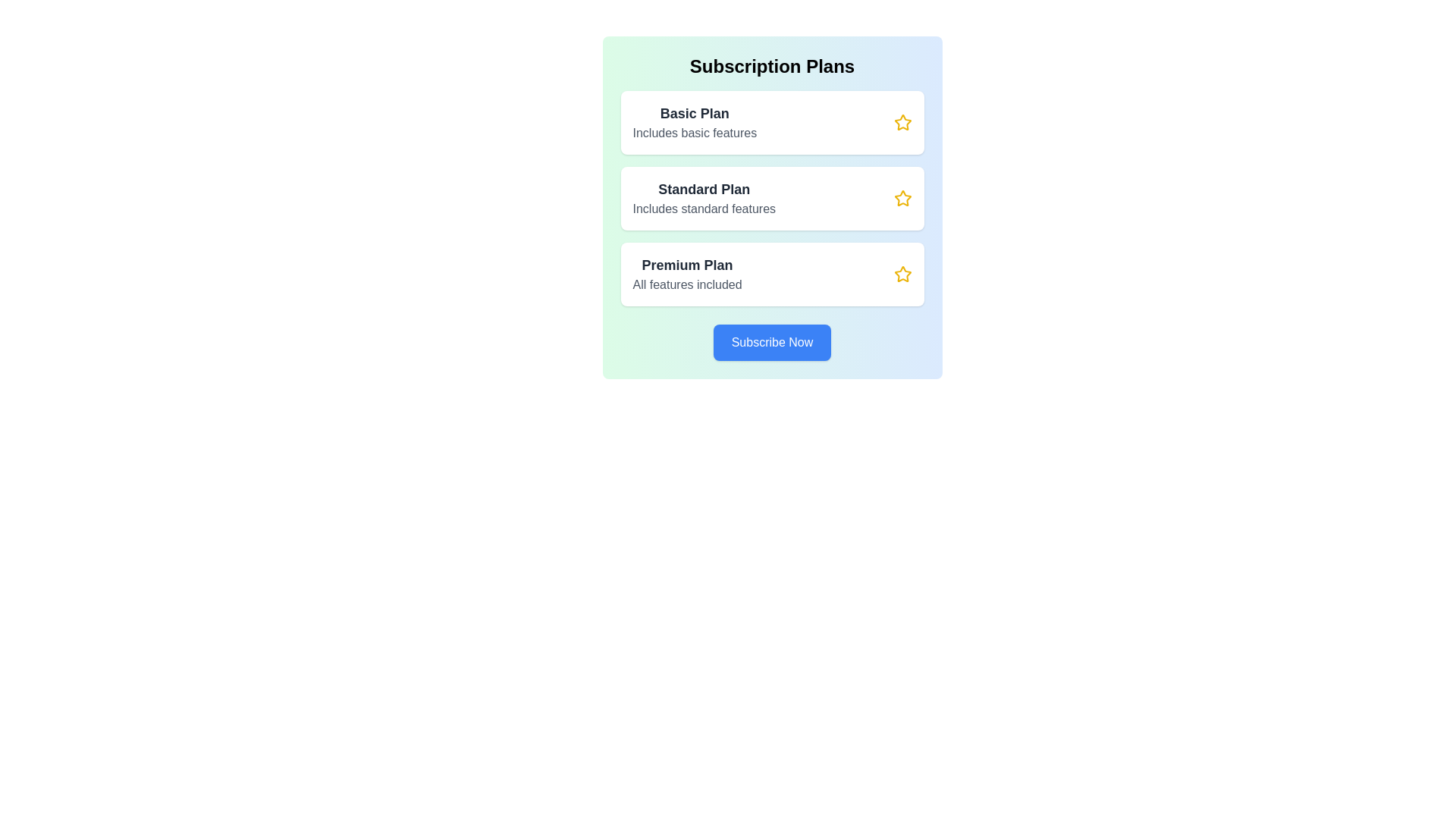 The image size is (1456, 819). Describe the element at coordinates (902, 198) in the screenshot. I see `star icon associated with the Standard plan` at that location.